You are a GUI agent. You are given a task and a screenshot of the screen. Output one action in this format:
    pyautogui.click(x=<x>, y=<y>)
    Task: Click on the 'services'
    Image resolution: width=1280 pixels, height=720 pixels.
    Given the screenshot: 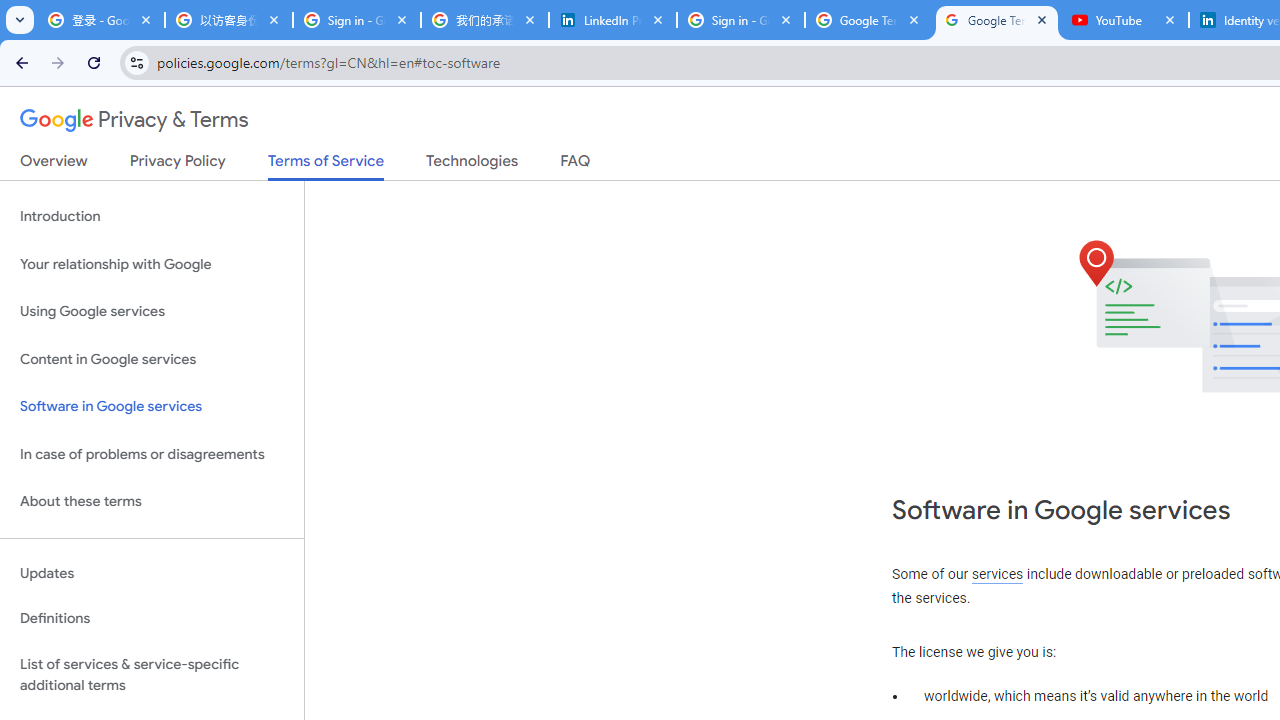 What is the action you would take?
    pyautogui.click(x=997, y=574)
    